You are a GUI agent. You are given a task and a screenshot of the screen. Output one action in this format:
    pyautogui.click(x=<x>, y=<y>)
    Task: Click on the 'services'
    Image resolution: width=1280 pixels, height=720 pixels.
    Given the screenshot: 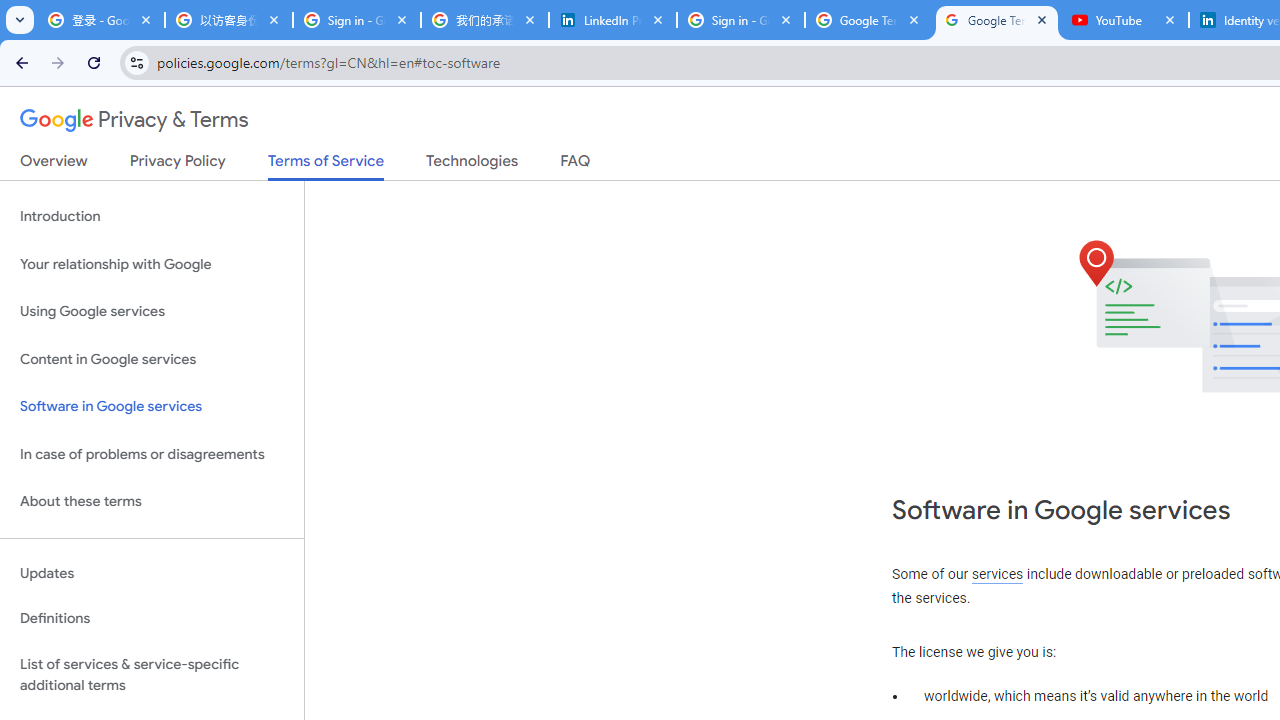 What is the action you would take?
    pyautogui.click(x=997, y=574)
    